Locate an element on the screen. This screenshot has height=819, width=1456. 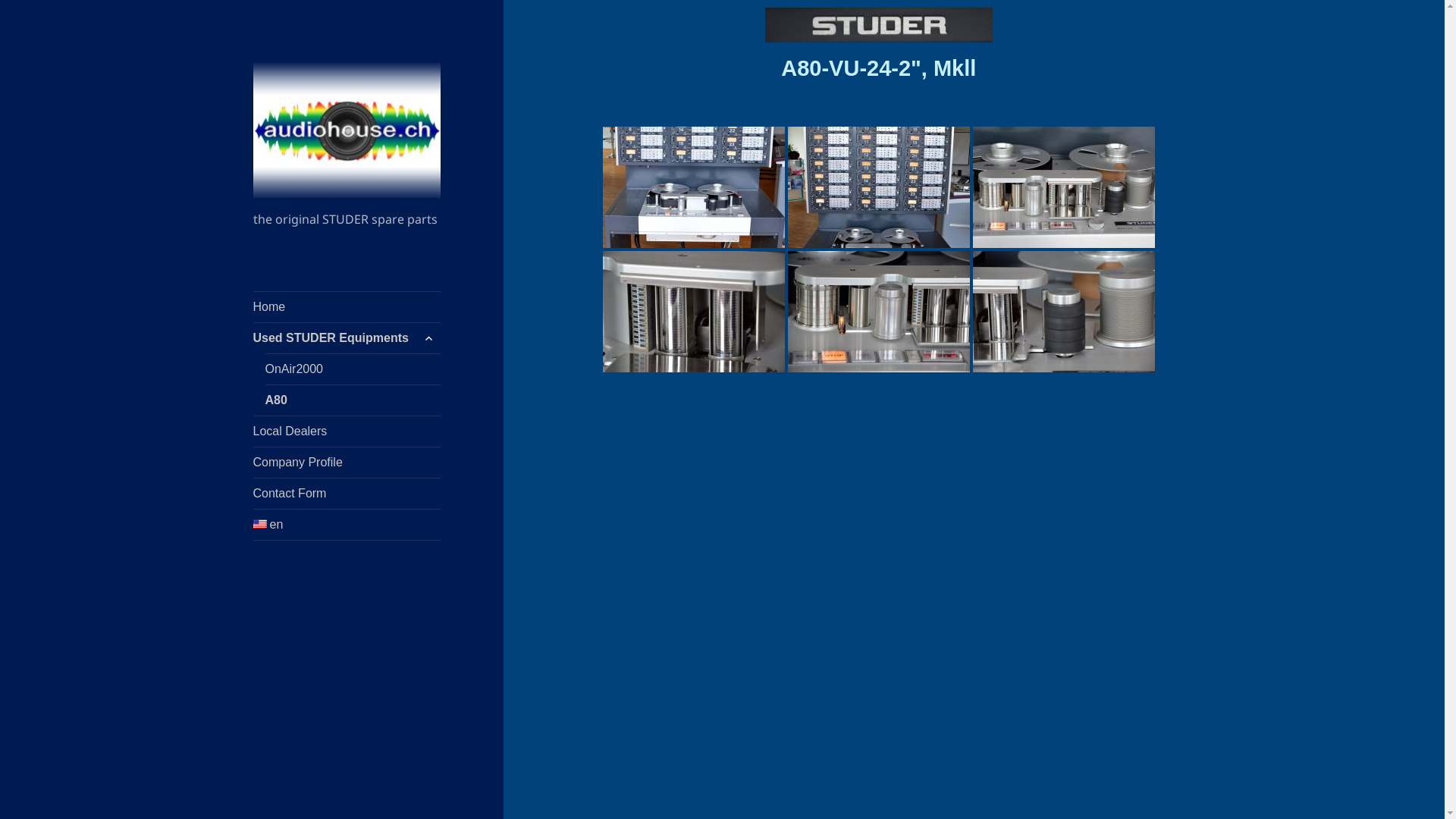
'A80-VU-24-239-3-scaled' is located at coordinates (1062, 186).